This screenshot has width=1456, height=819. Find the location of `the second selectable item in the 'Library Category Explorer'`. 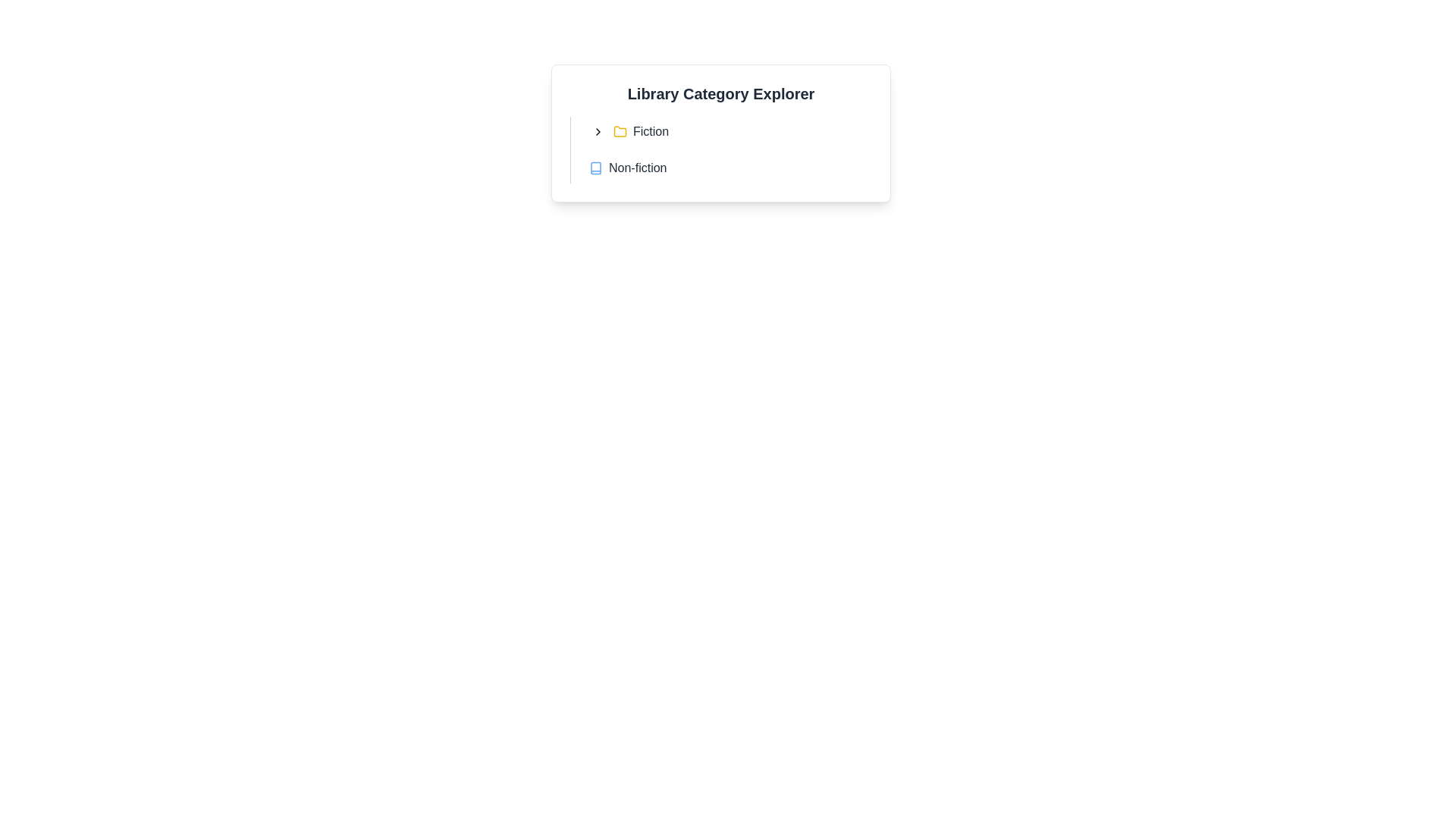

the second selectable item in the 'Library Category Explorer' is located at coordinates (720, 149).